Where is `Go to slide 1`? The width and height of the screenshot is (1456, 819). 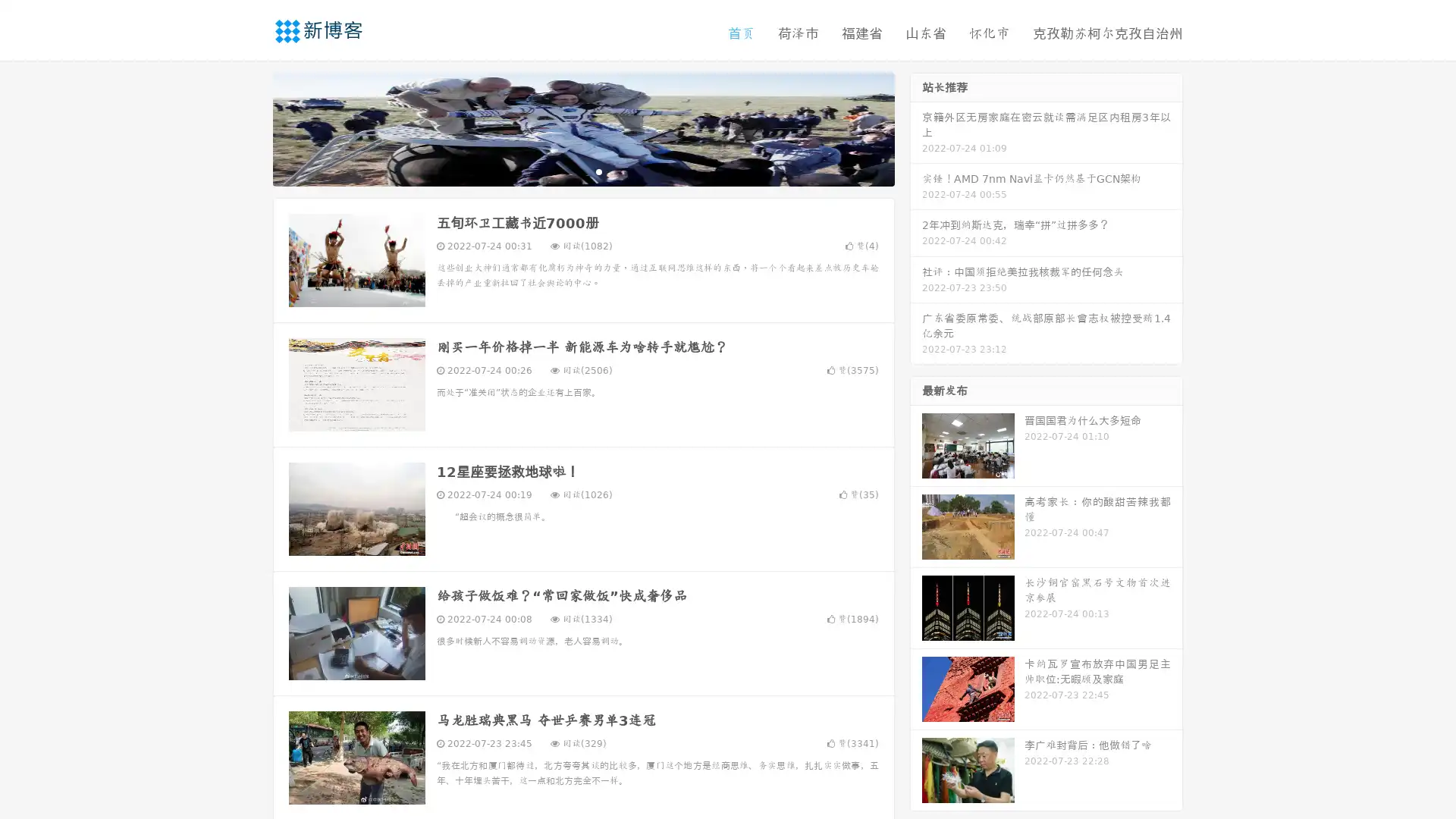 Go to slide 1 is located at coordinates (567, 171).